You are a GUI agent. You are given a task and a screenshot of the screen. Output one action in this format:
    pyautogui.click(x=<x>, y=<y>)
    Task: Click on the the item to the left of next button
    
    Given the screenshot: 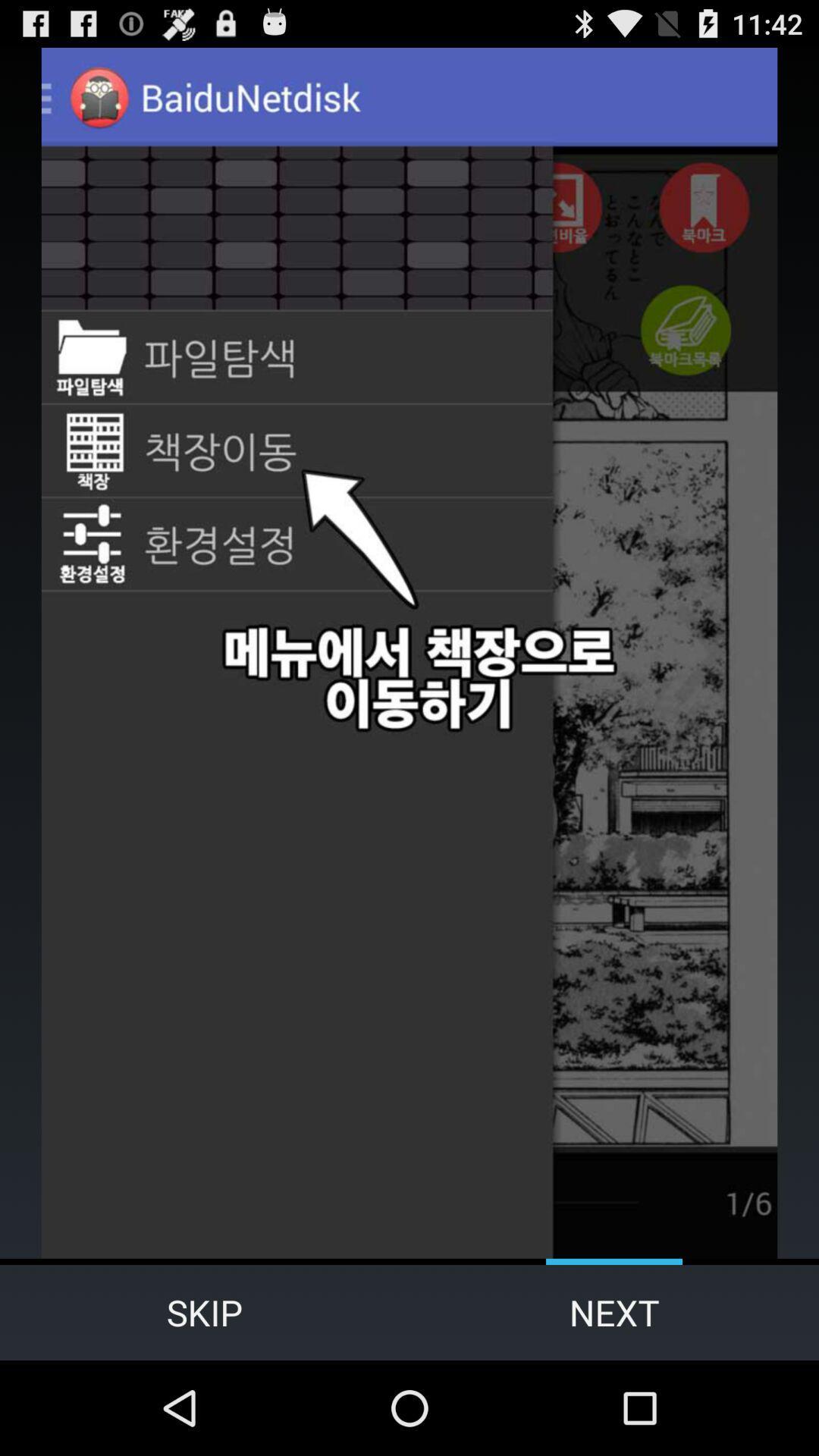 What is the action you would take?
    pyautogui.click(x=205, y=1312)
    